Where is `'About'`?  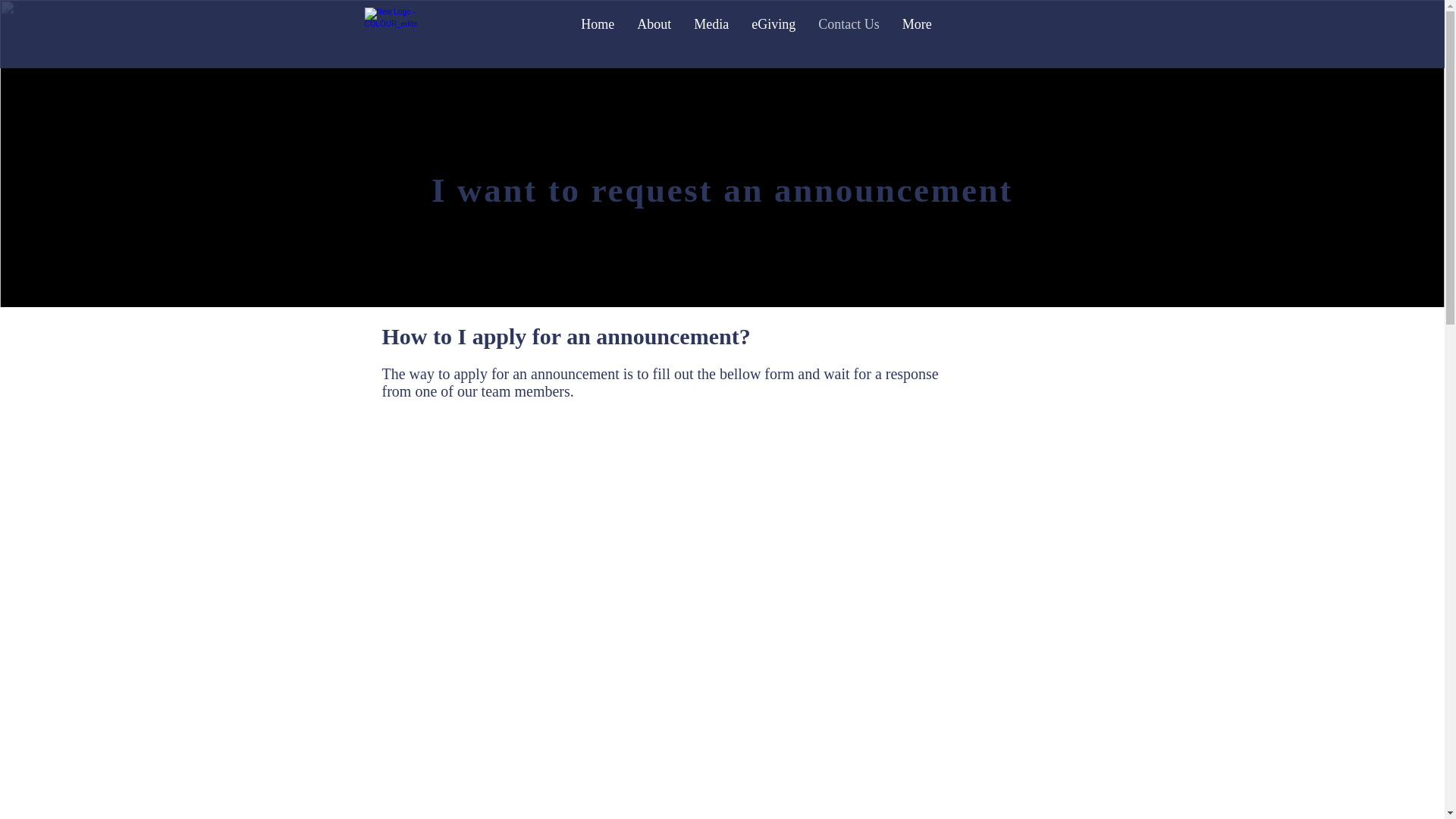 'About' is located at coordinates (654, 34).